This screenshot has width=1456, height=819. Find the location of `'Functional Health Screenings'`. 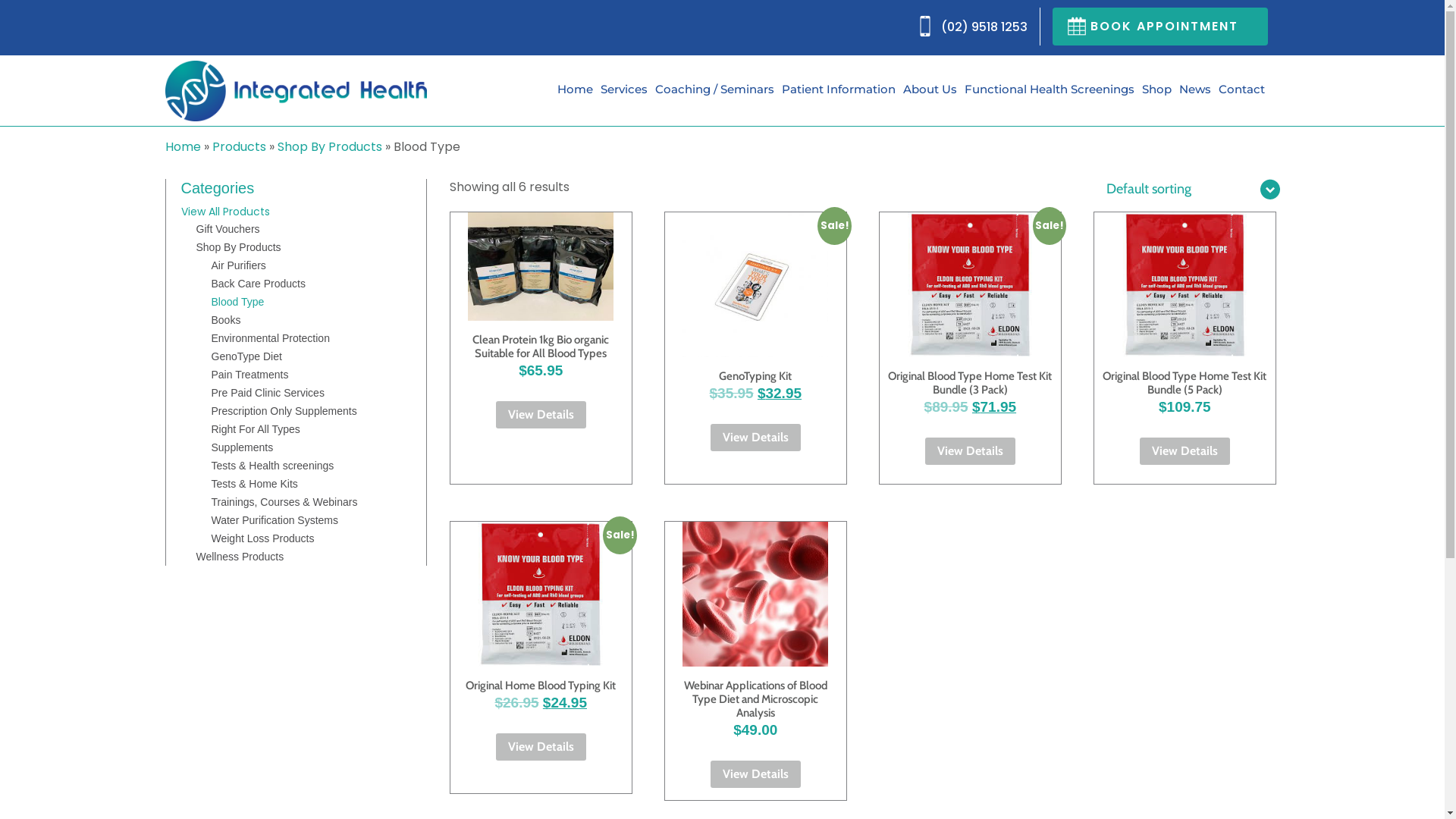

'Functional Health Screenings' is located at coordinates (1048, 89).